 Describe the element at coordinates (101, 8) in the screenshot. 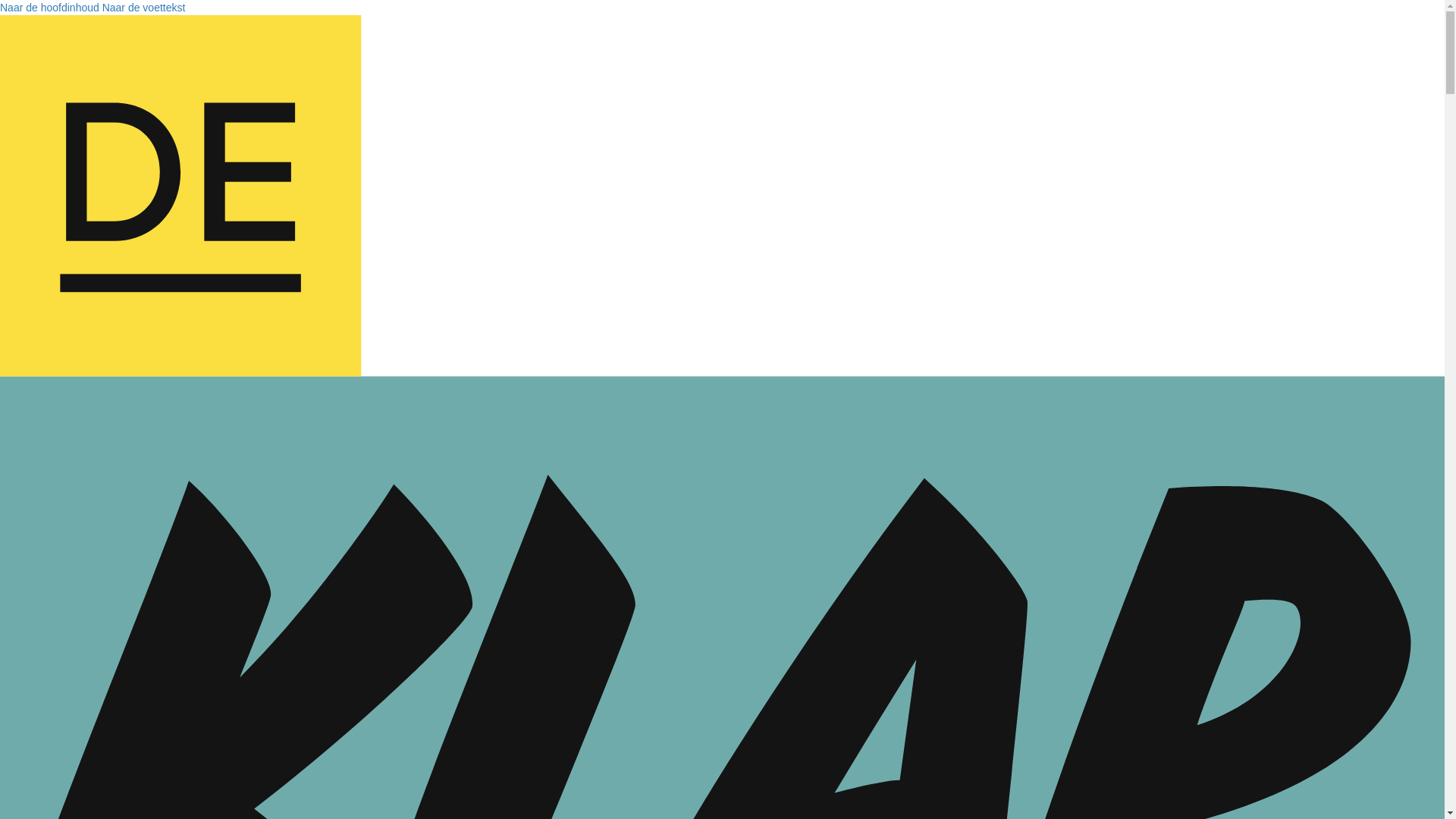

I see `'Naar de voettekst'` at that location.